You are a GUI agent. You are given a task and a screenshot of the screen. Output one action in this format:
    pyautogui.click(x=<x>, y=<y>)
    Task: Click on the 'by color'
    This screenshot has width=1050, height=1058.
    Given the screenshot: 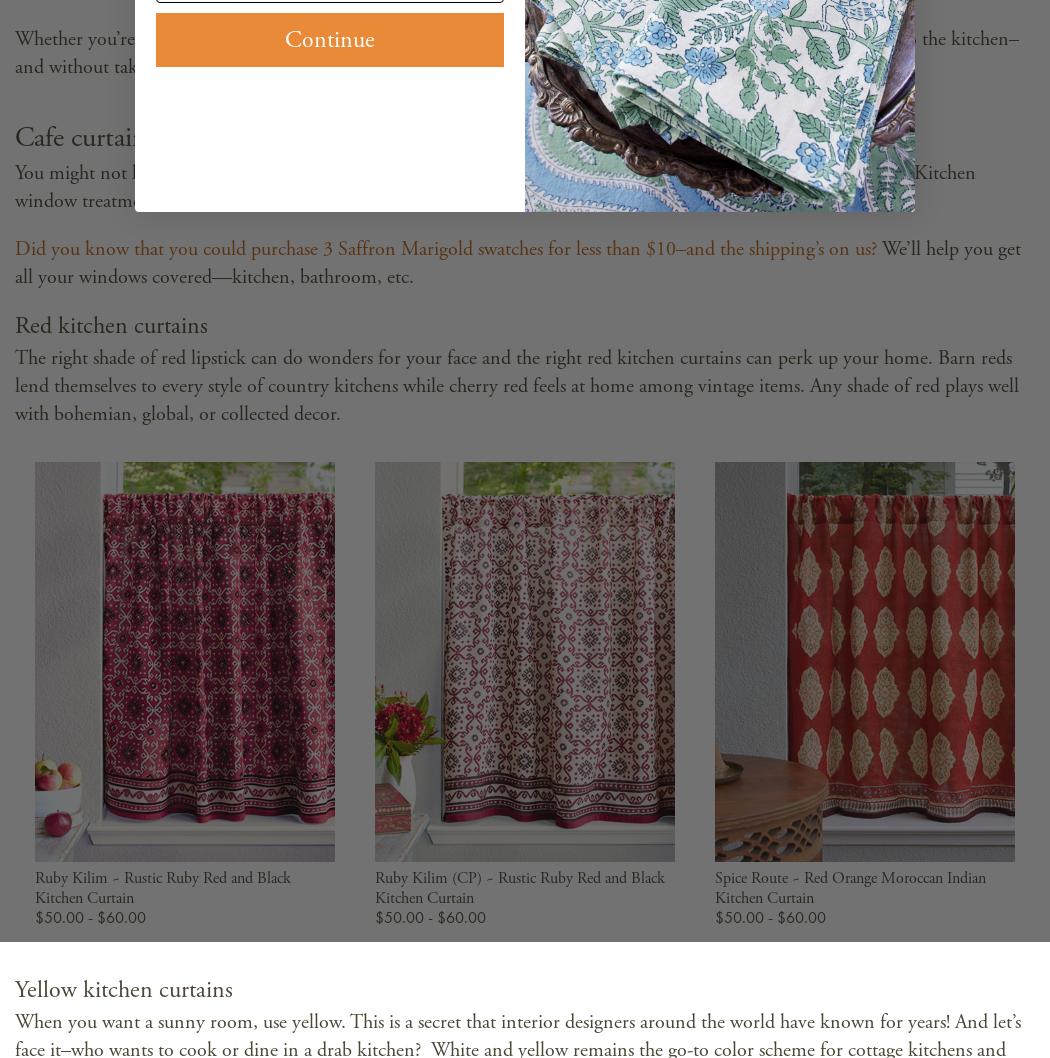 What is the action you would take?
    pyautogui.click(x=365, y=39)
    